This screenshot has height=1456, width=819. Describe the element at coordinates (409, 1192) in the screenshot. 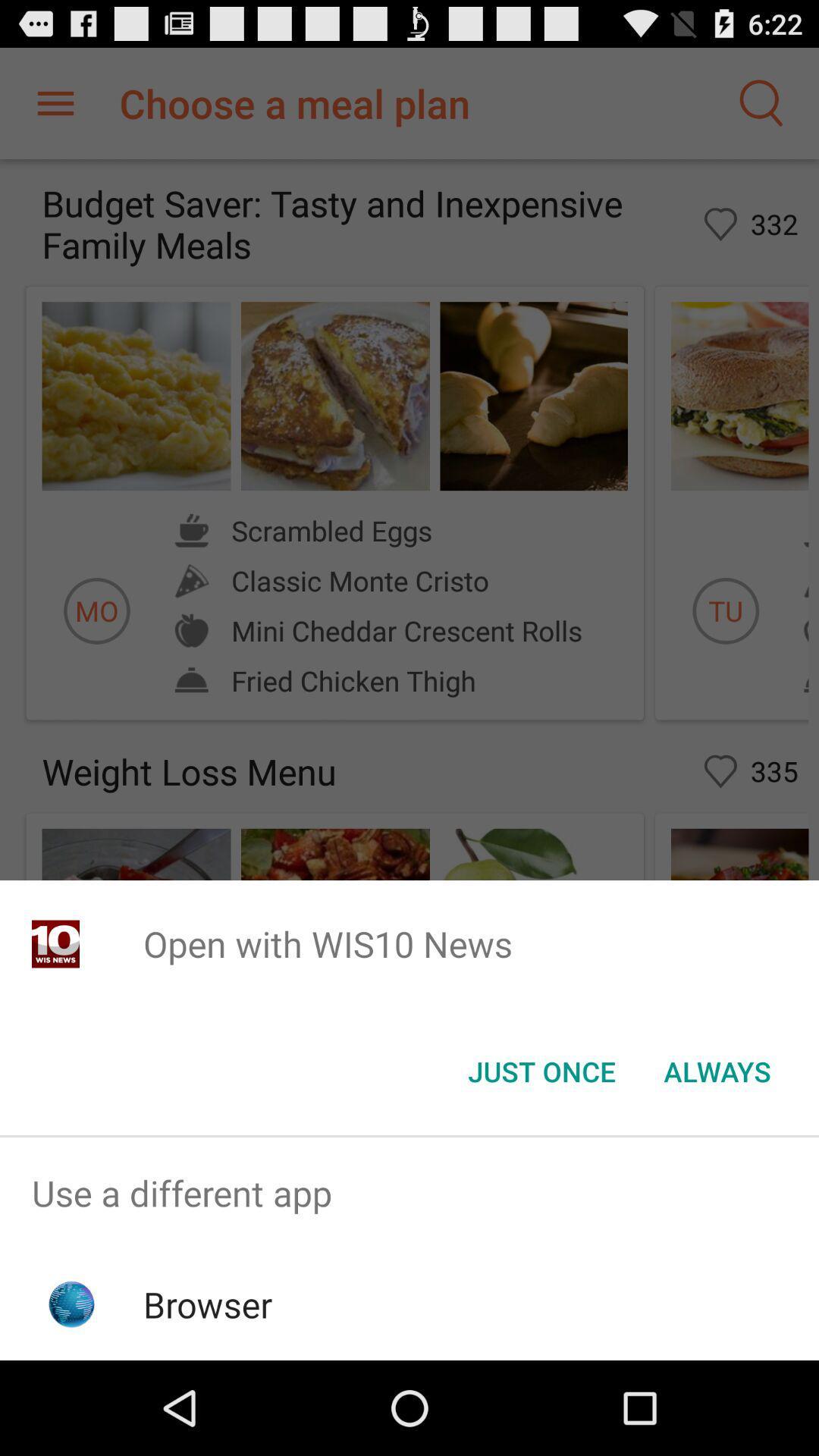

I see `the use a different app` at that location.